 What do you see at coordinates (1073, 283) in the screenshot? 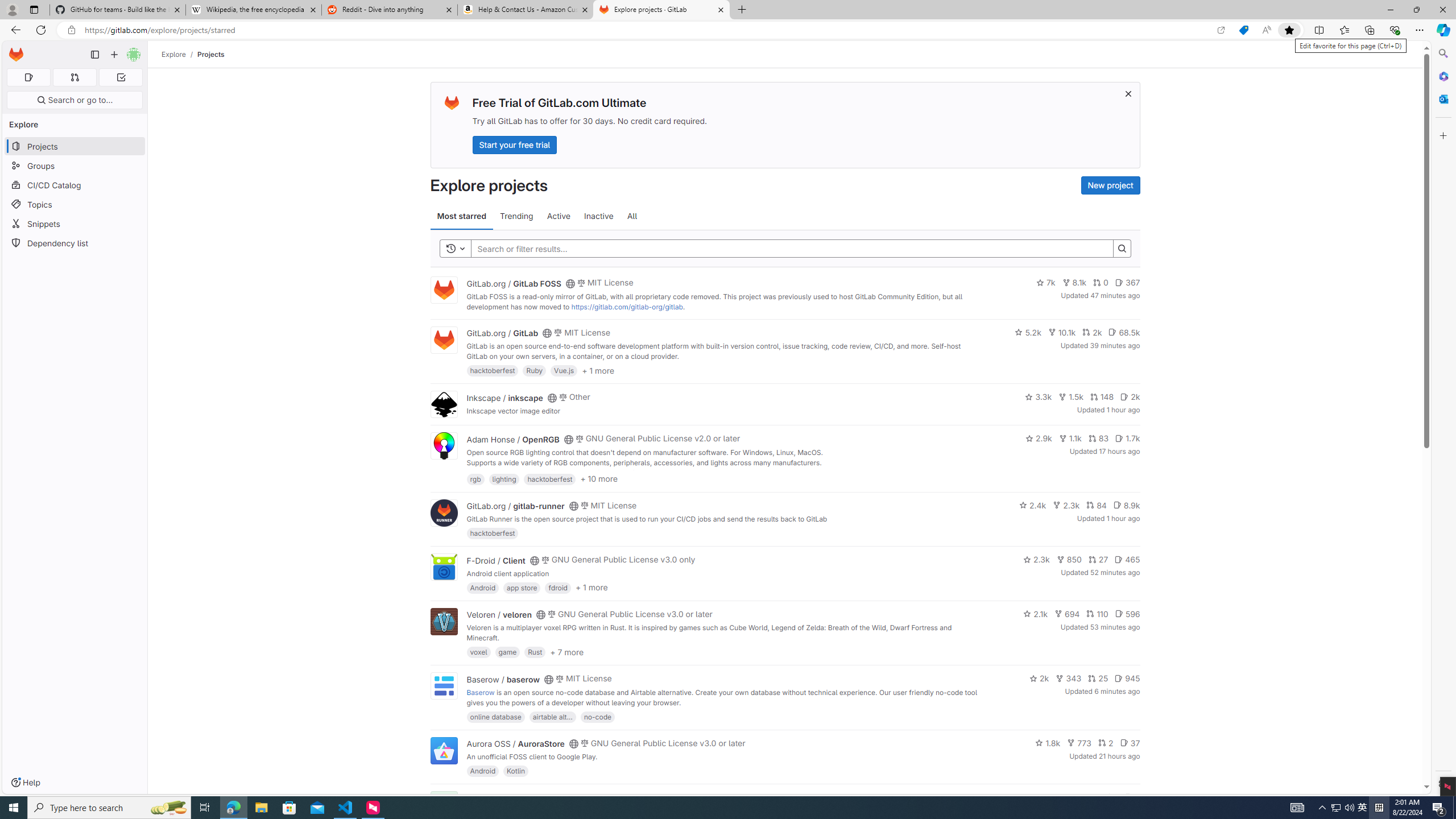
I see `'8.1k'` at bounding box center [1073, 283].